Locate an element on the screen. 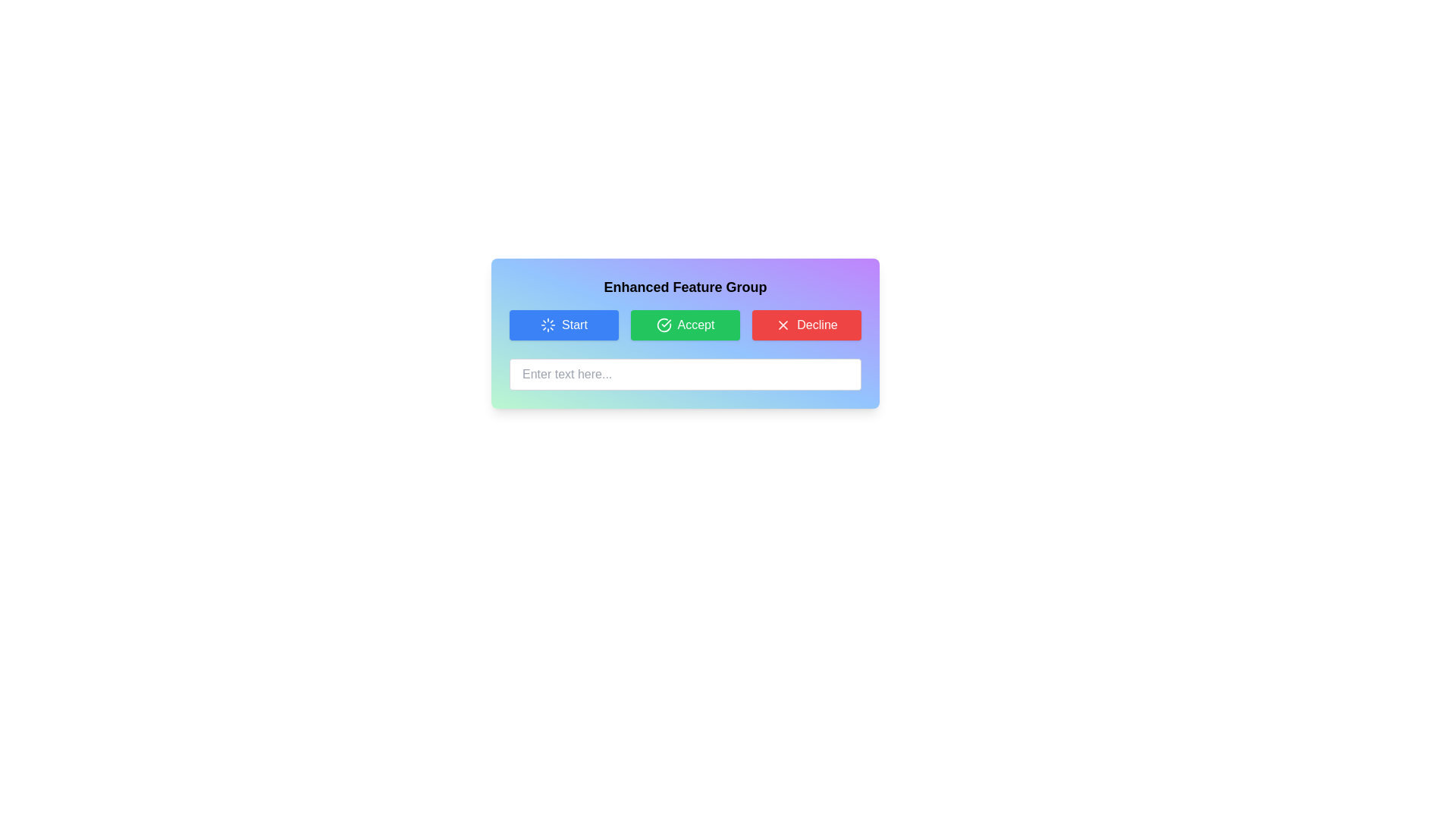 The image size is (1456, 819). text displayed on the 'Accept' button, which has a green background and white text, located between the 'Start' and 'Decline' buttons is located at coordinates (695, 324).